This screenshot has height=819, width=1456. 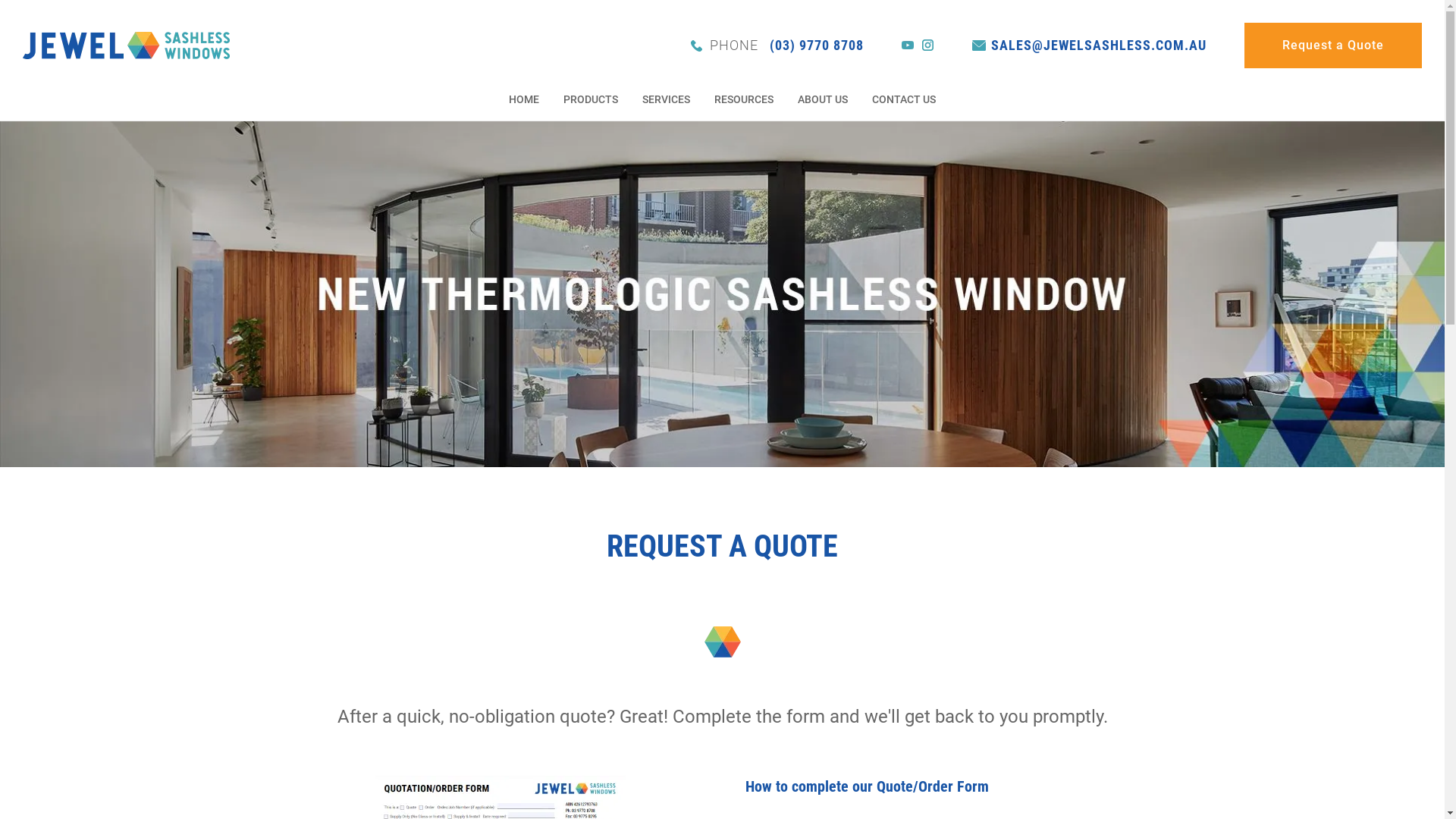 I want to click on 'Jewel Sashless Windows Aust. Pty Ltd', so click(x=126, y=43).